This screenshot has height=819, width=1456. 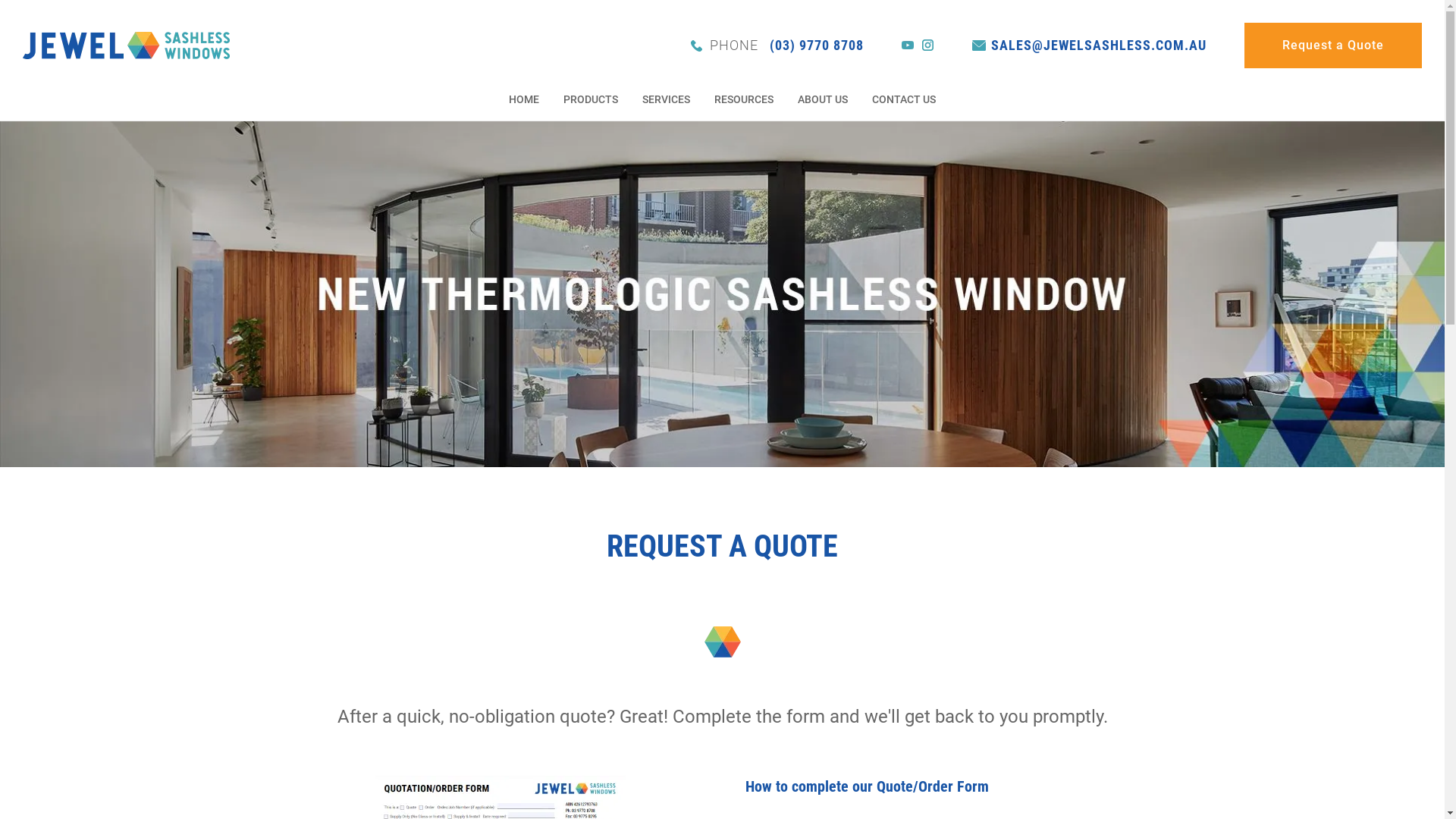 I want to click on 'Jewel Sashless Windows Aust. Pty Ltd', so click(x=126, y=43).